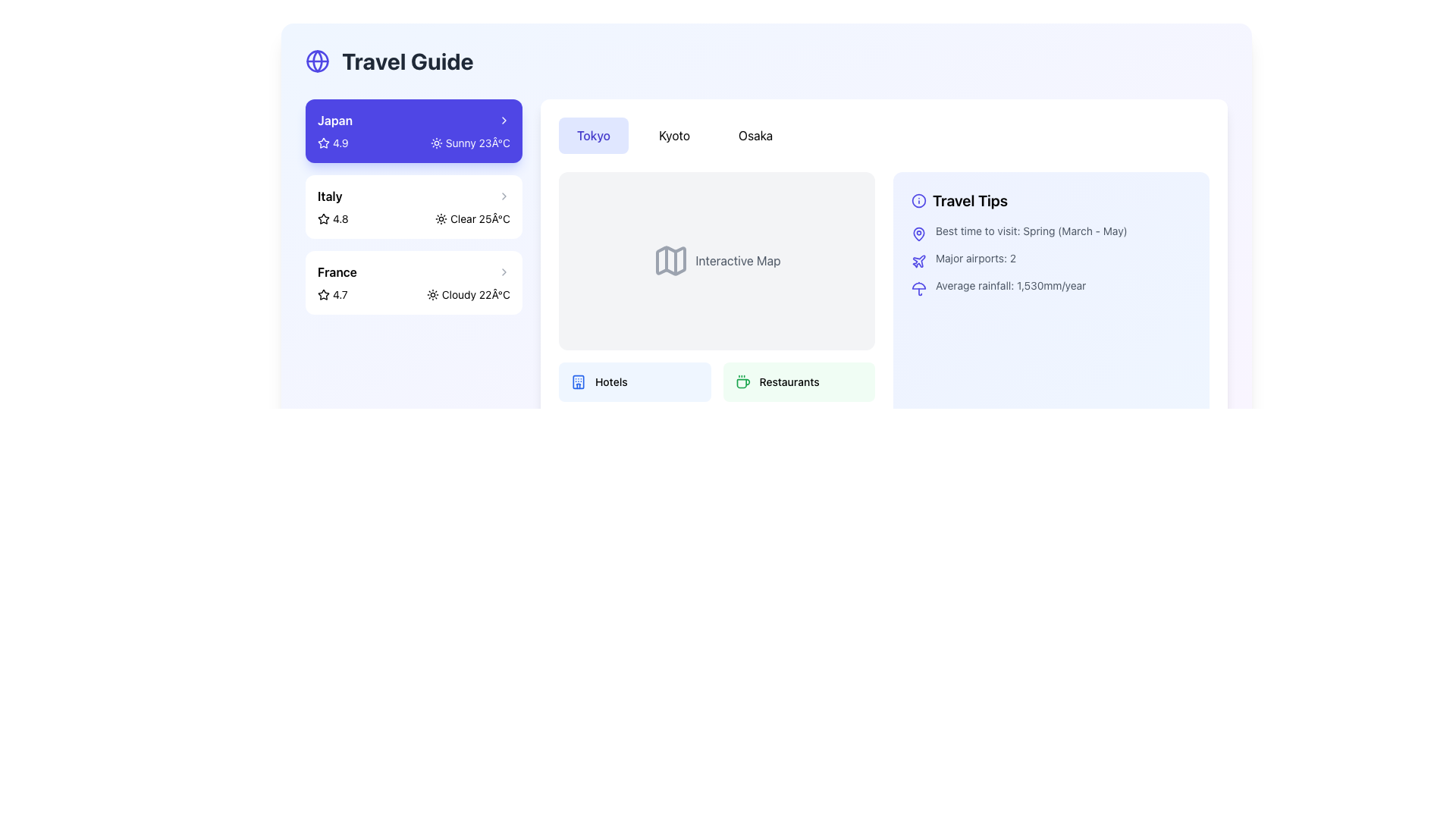 This screenshot has height=819, width=1456. I want to click on the static text label displaying the weather as 'Clear 25°C' in bold black font, located within the 'Italy' card on the left side panel, so click(479, 219).